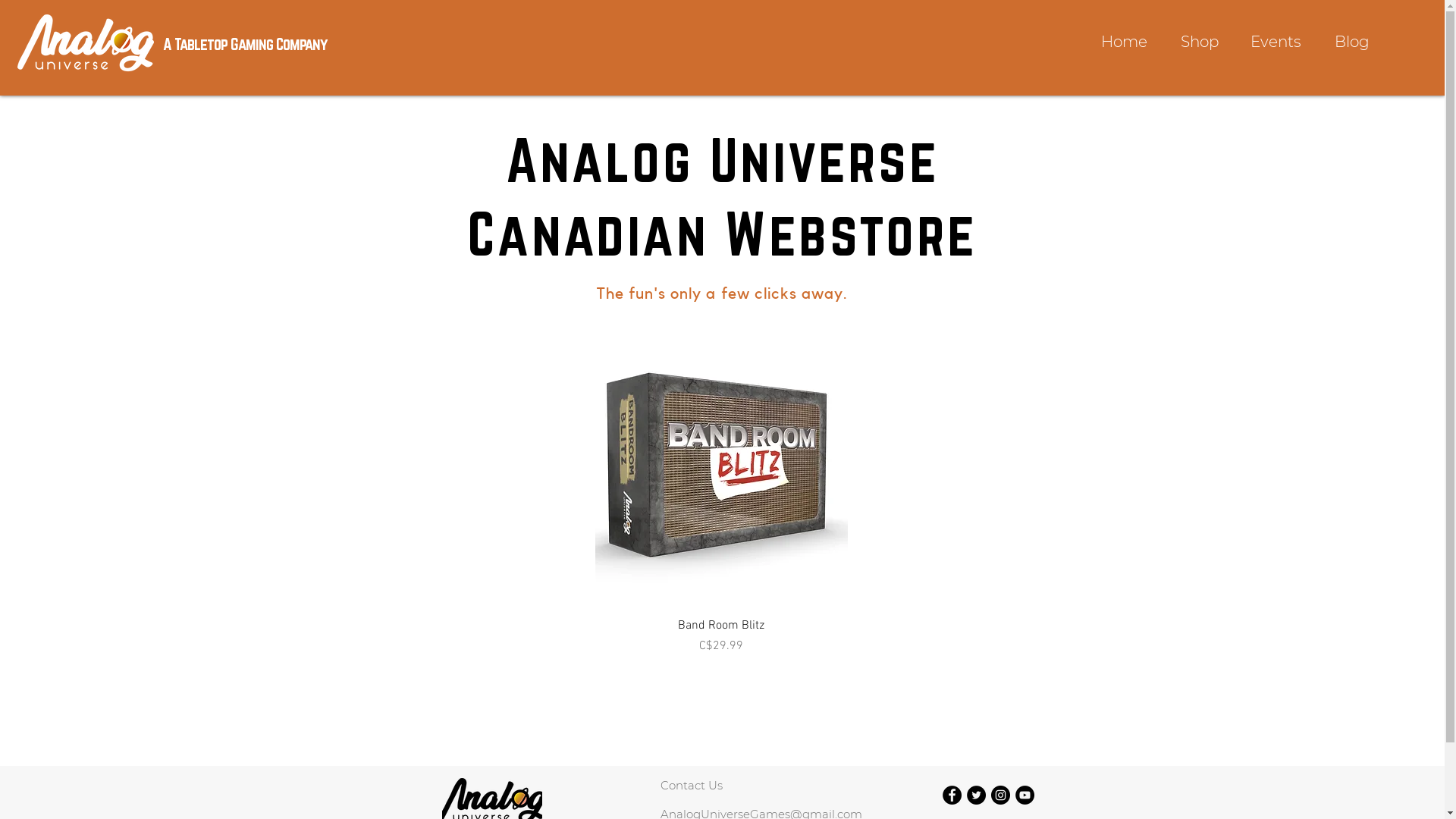 The width and height of the screenshot is (1456, 819). I want to click on 'Home', so click(1124, 42).